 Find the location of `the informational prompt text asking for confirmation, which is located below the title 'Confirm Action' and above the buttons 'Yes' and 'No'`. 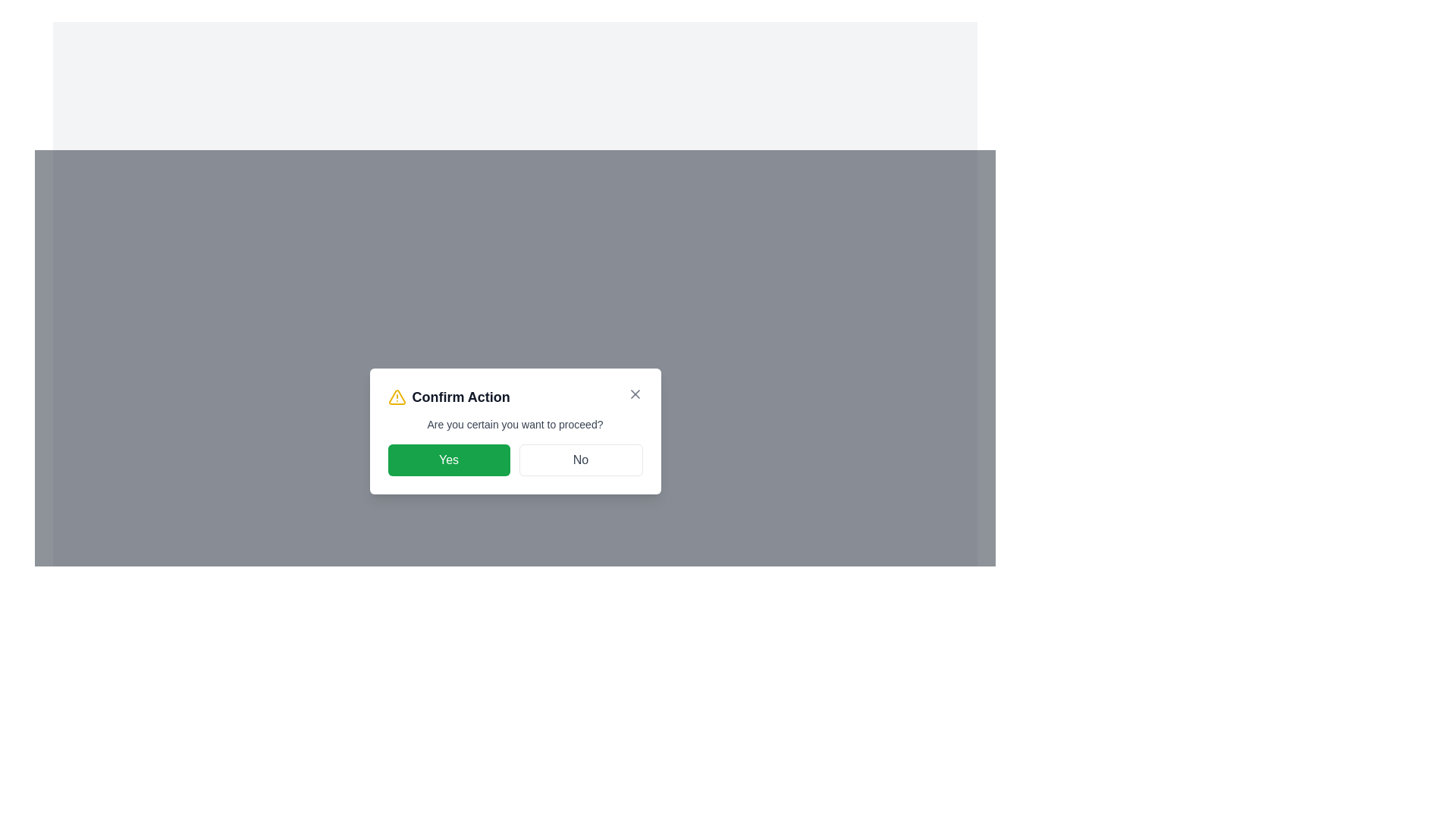

the informational prompt text asking for confirmation, which is located below the title 'Confirm Action' and above the buttons 'Yes' and 'No' is located at coordinates (515, 424).